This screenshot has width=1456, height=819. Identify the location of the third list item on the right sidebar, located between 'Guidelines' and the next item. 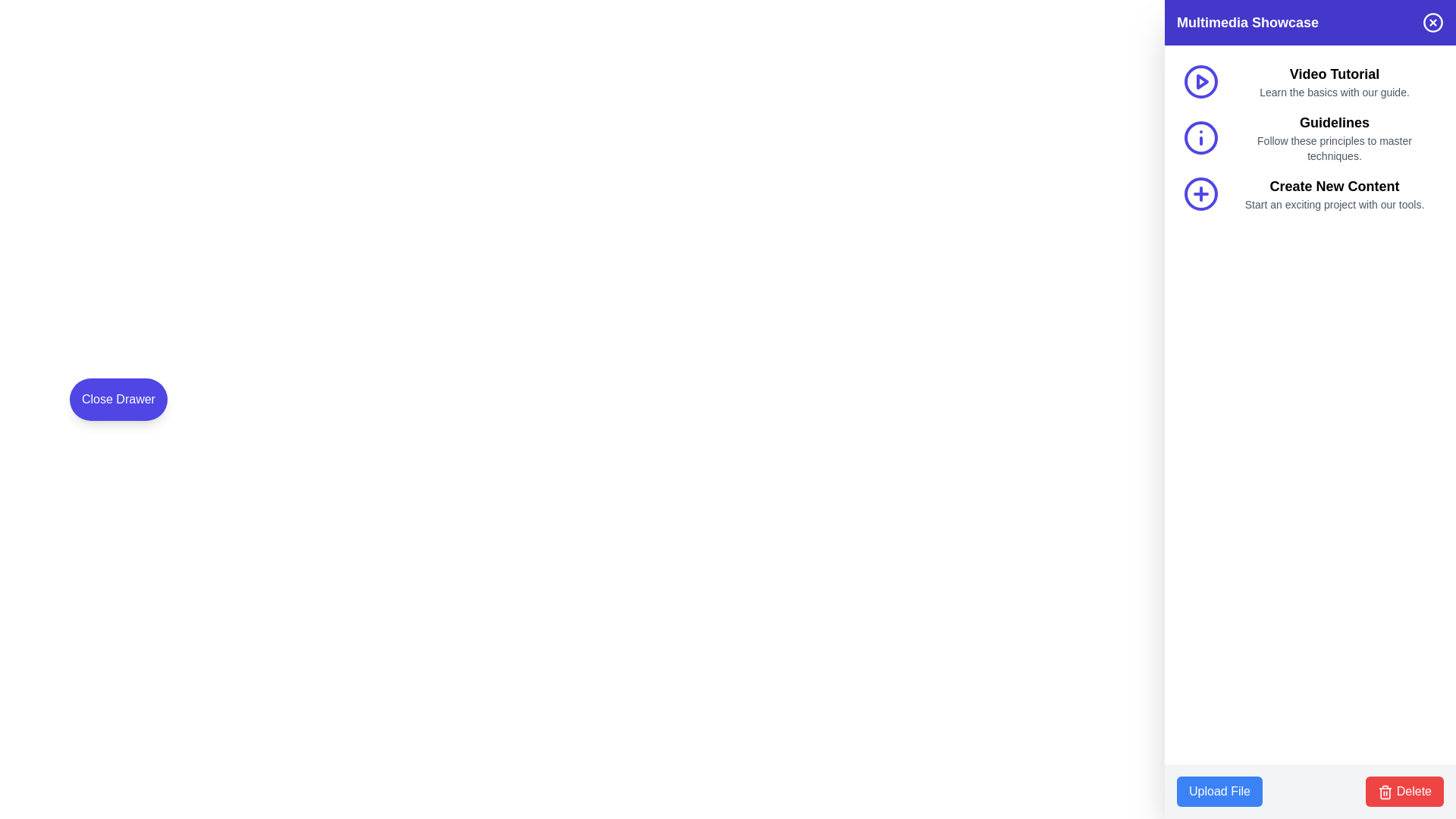
(1310, 193).